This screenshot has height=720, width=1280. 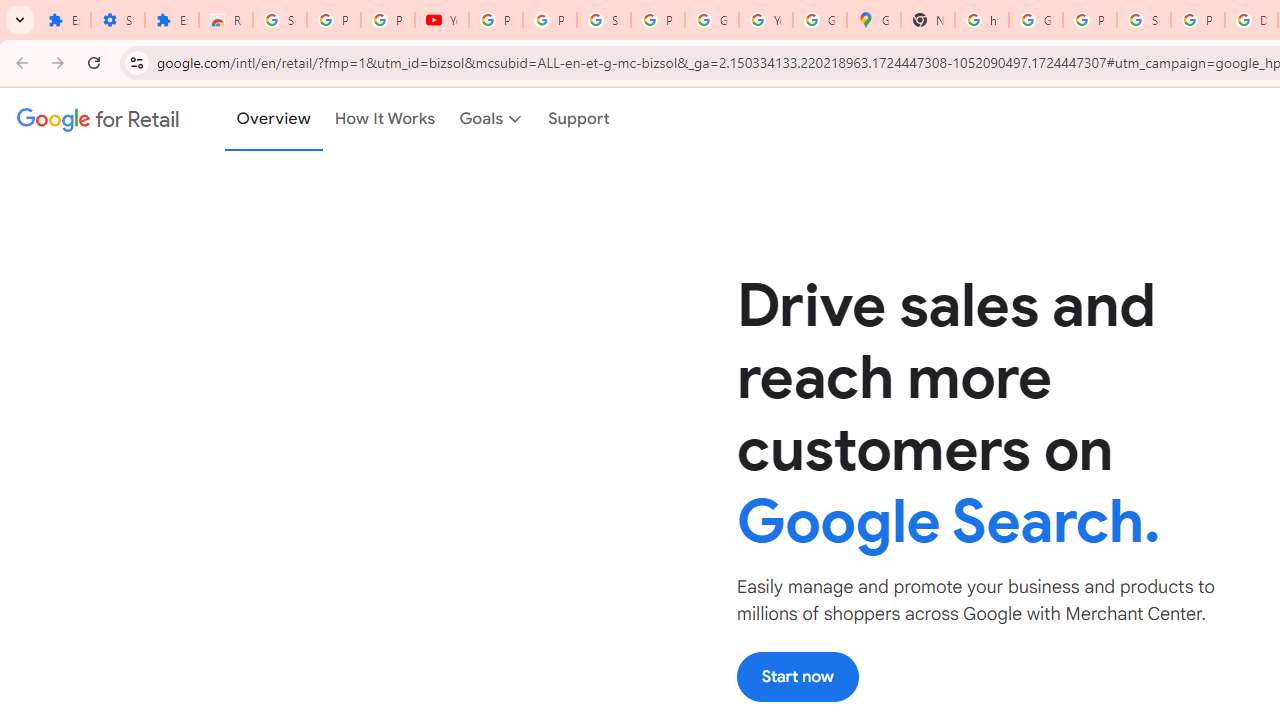 I want to click on 'Reviews: Helix Fruit Jump Arcade Game', so click(x=225, y=20).